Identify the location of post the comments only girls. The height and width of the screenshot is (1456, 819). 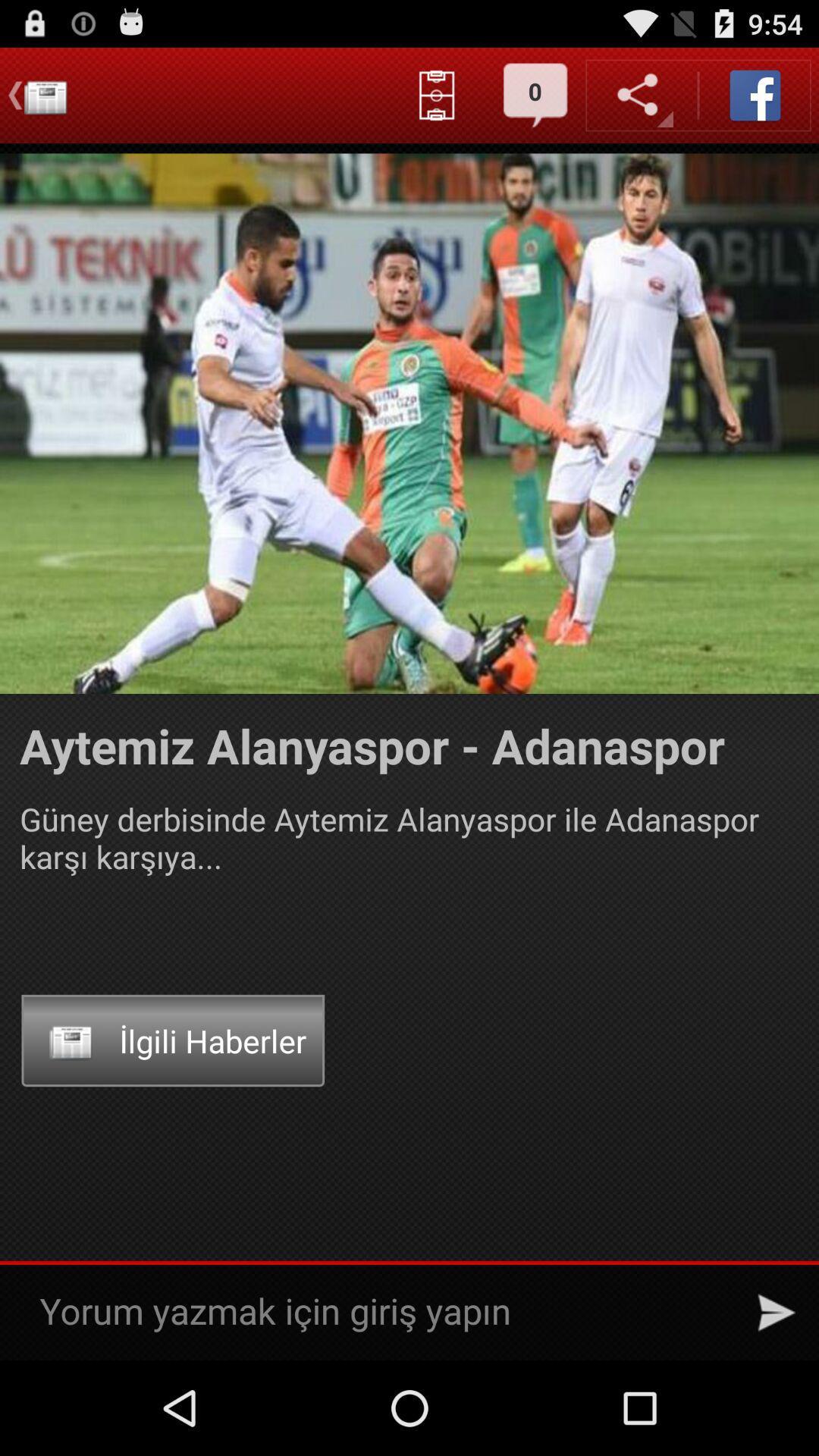
(381, 1312).